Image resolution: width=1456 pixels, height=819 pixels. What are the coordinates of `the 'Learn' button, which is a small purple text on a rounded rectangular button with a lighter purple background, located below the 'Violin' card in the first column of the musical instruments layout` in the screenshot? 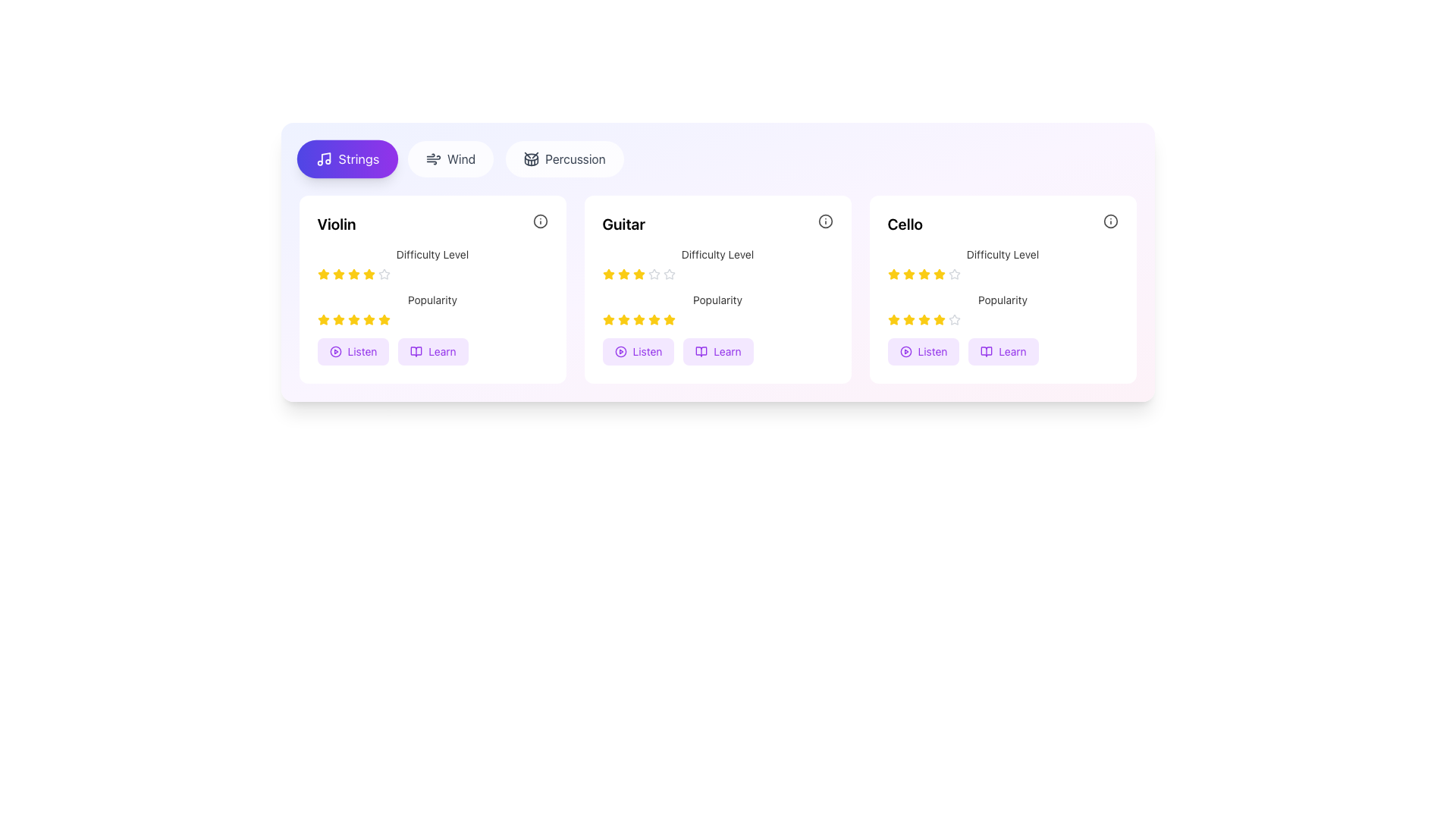 It's located at (441, 351).